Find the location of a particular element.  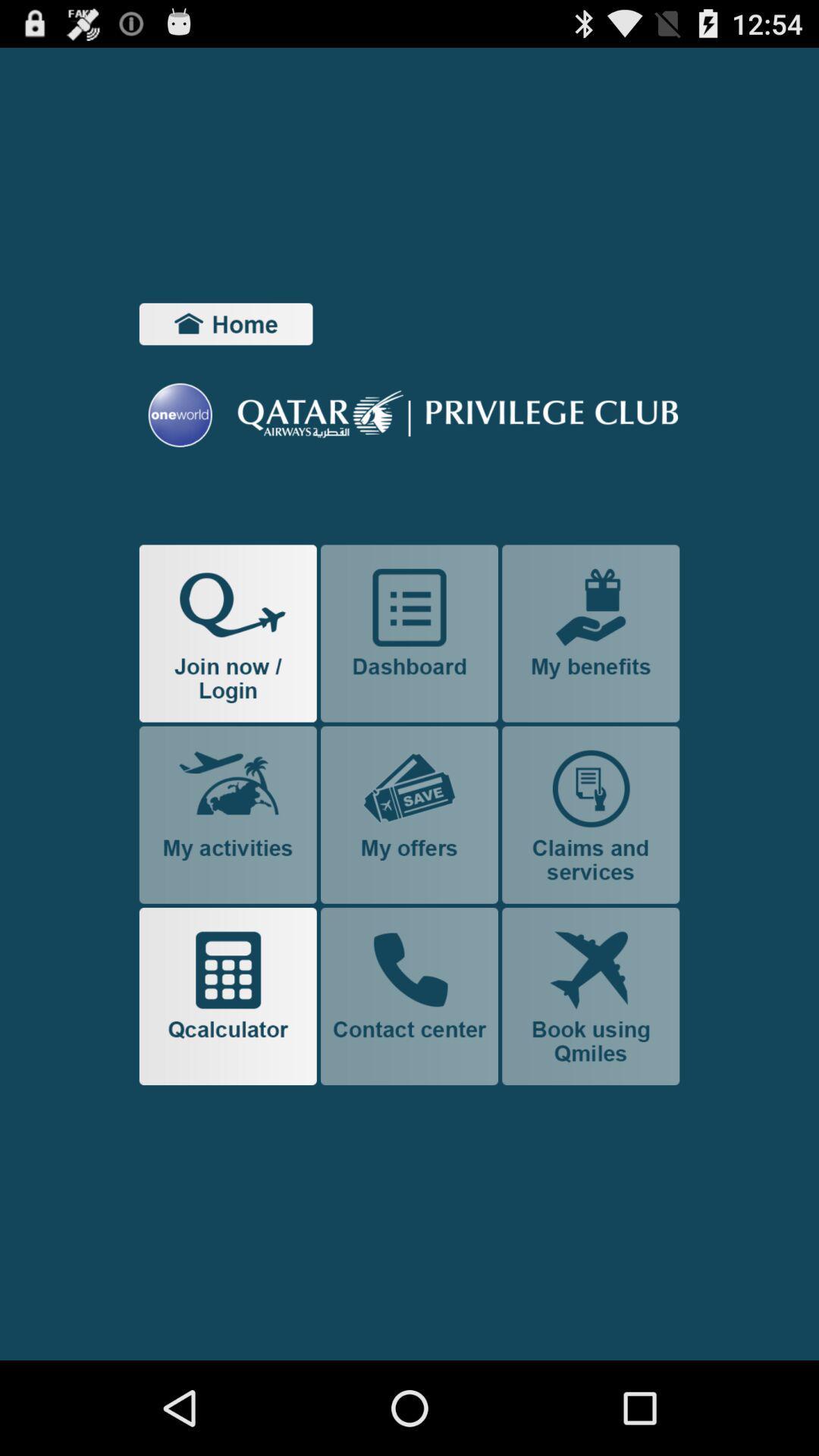

register or login is located at coordinates (227, 633).